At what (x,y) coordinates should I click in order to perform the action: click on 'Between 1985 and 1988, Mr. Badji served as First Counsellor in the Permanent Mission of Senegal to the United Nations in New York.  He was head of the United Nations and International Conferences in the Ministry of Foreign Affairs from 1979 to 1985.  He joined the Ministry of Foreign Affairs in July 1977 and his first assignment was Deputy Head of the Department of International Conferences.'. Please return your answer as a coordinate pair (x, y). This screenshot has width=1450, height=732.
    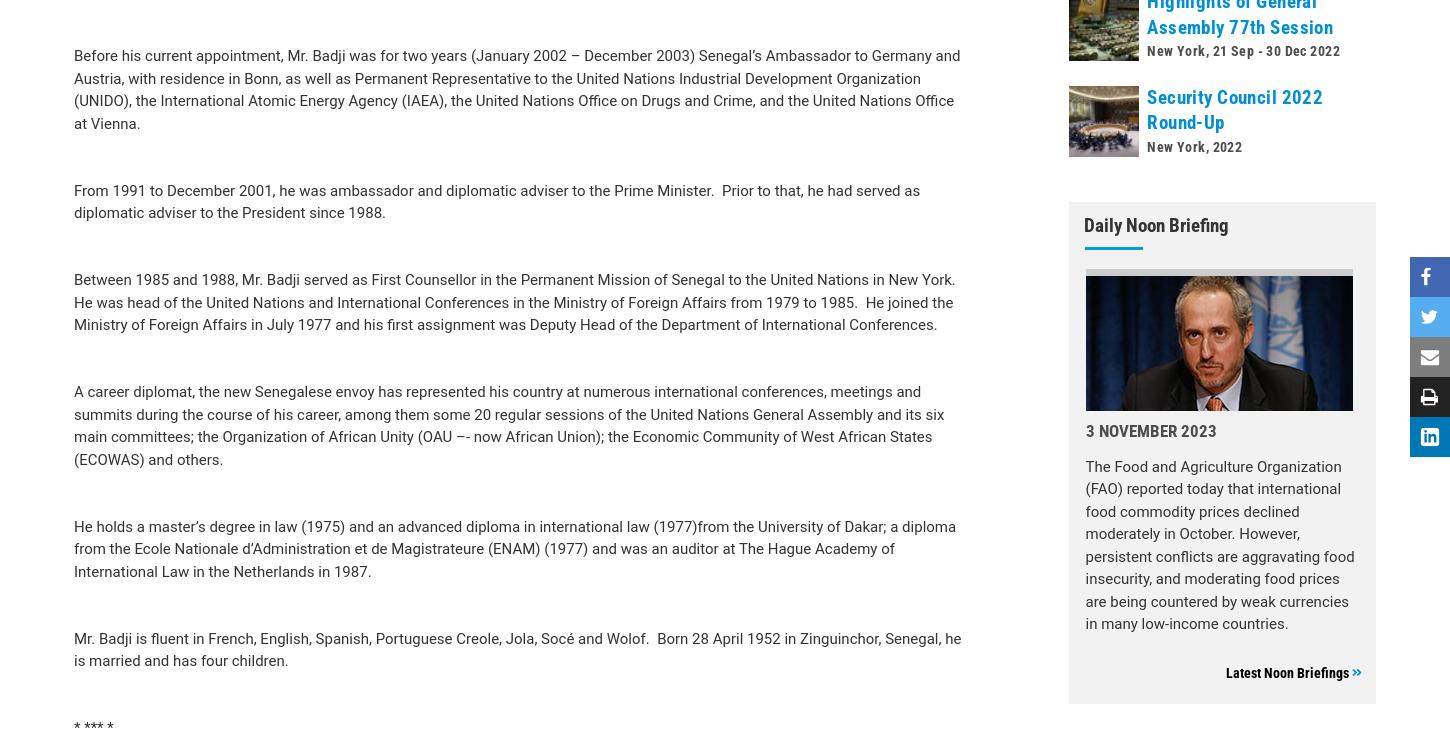
    Looking at the image, I should click on (73, 113).